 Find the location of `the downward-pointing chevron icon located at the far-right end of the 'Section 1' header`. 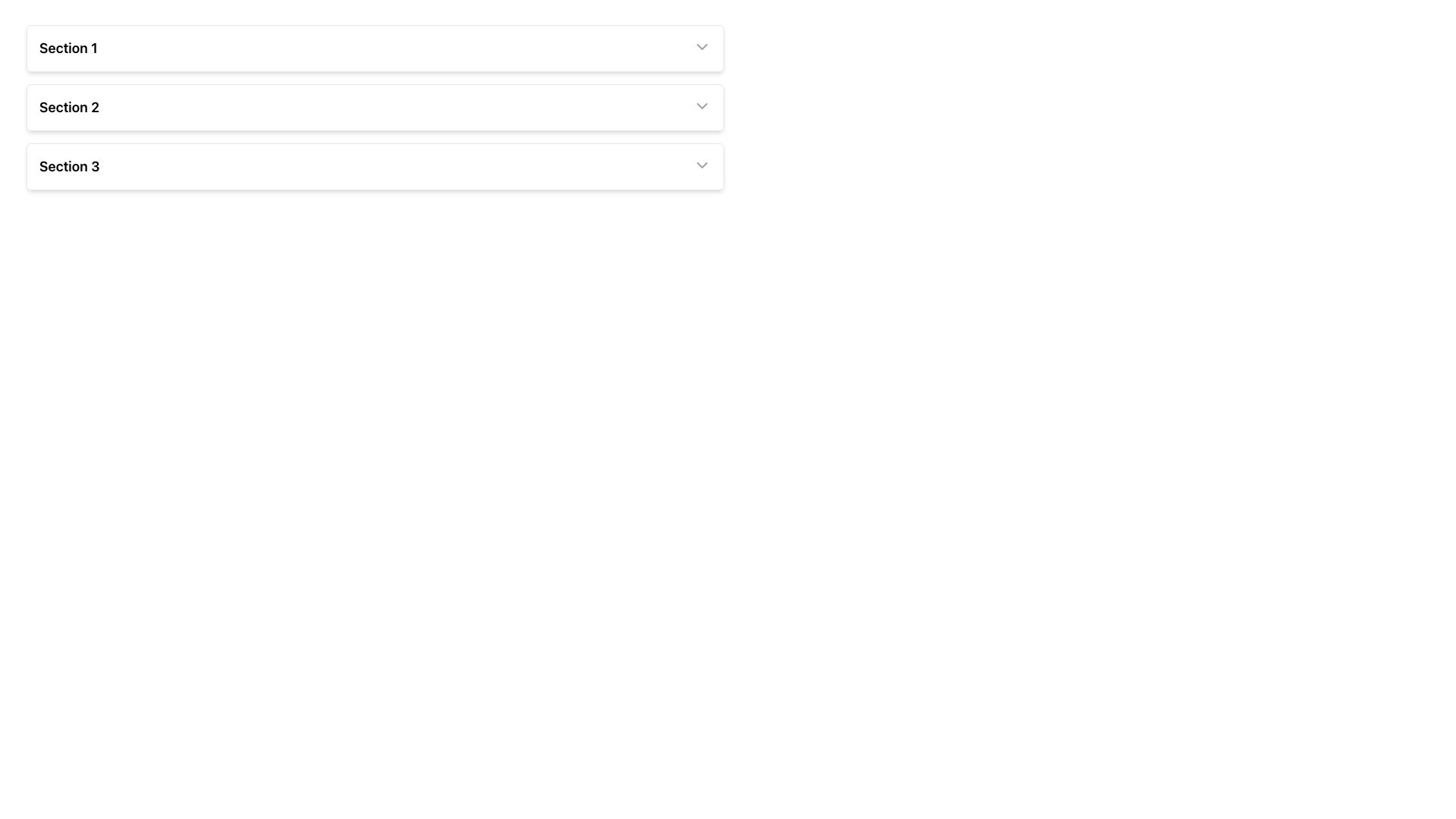

the downward-pointing chevron icon located at the far-right end of the 'Section 1' header is located at coordinates (701, 45).